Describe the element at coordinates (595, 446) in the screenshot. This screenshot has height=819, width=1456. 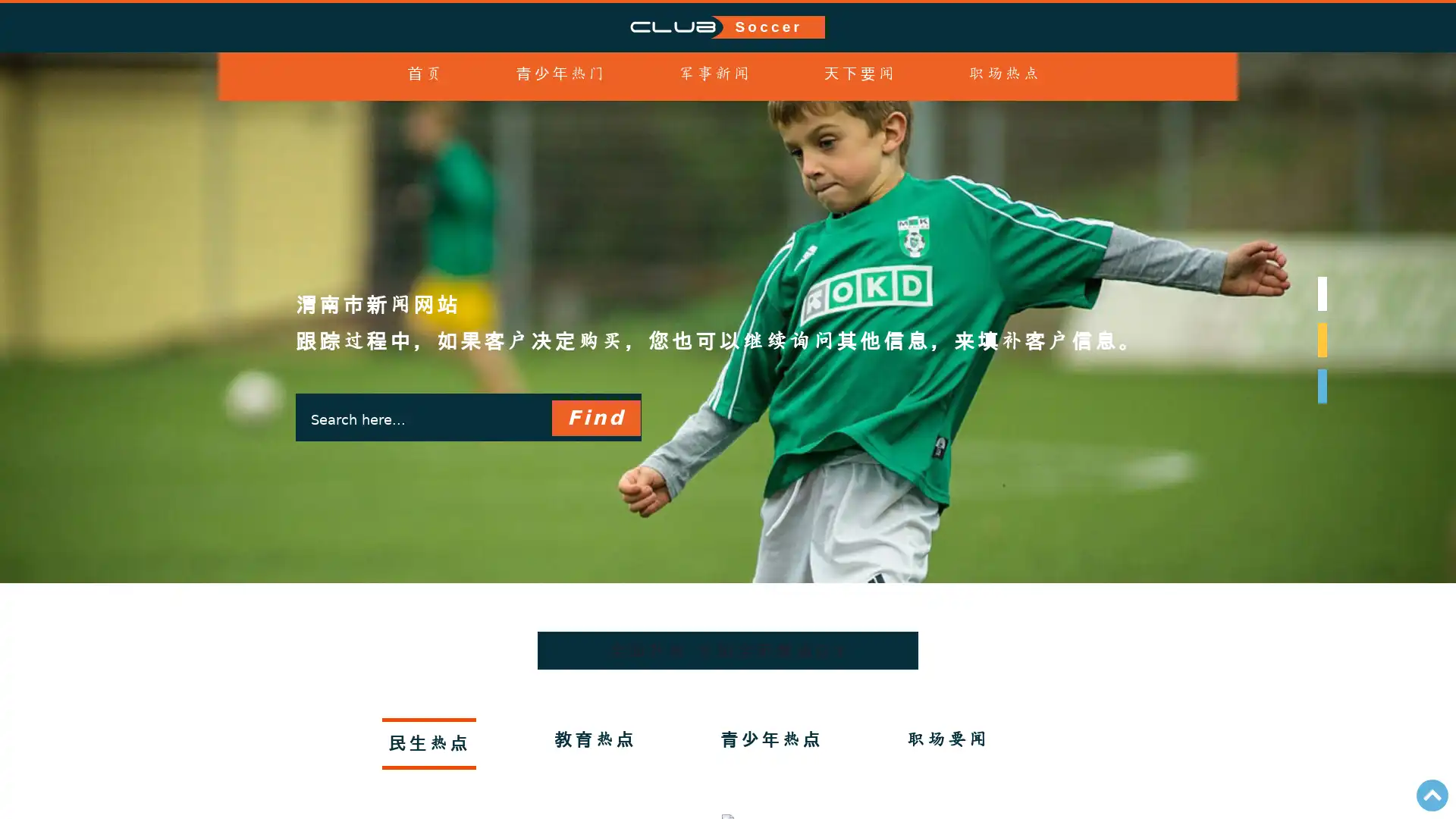
I see `Find` at that location.